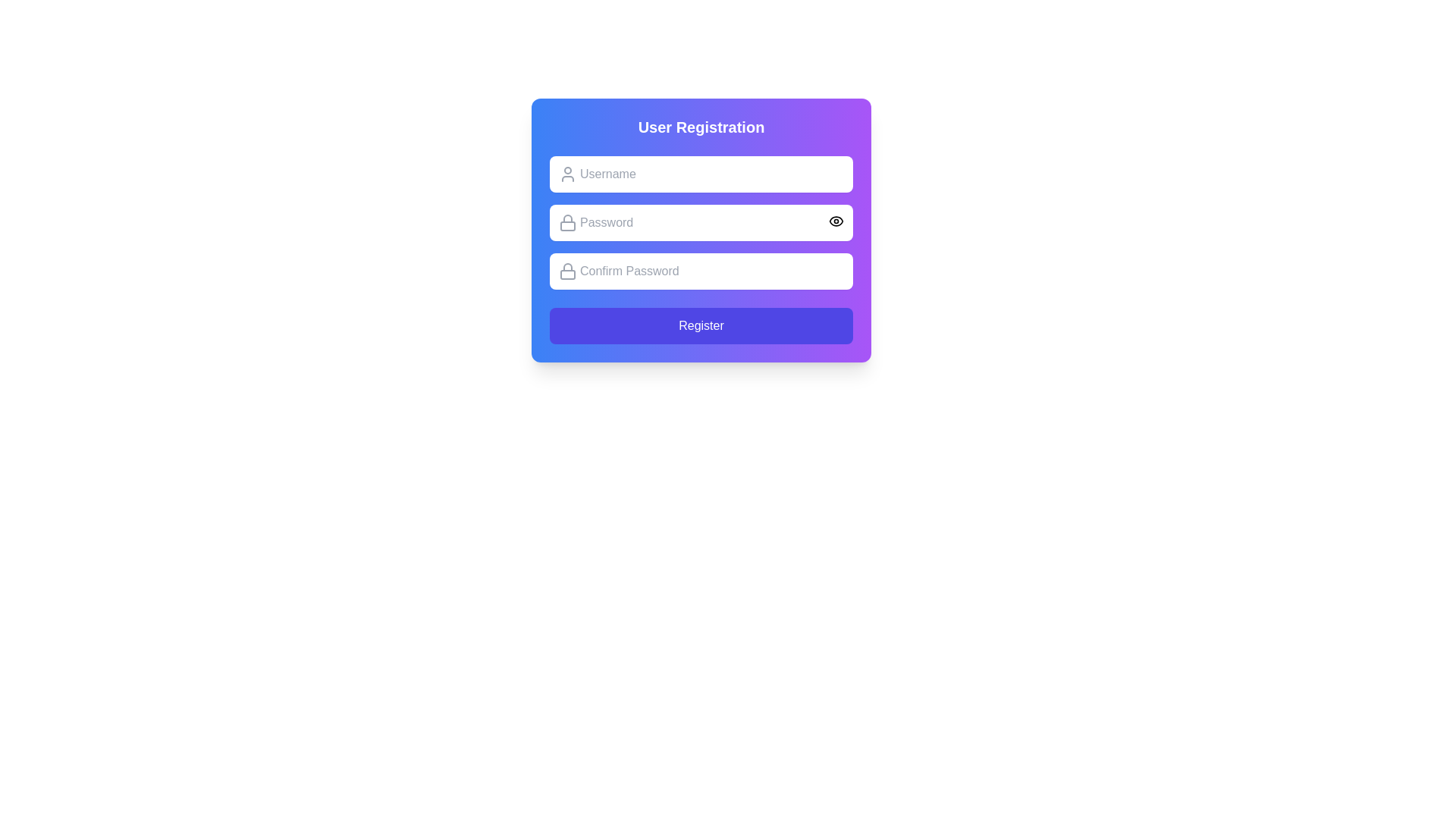  Describe the element at coordinates (566, 271) in the screenshot. I see `the icon that represents the password confirmation input field, located at the top-left corner adjacent to the 'Confirm Password' input field` at that location.